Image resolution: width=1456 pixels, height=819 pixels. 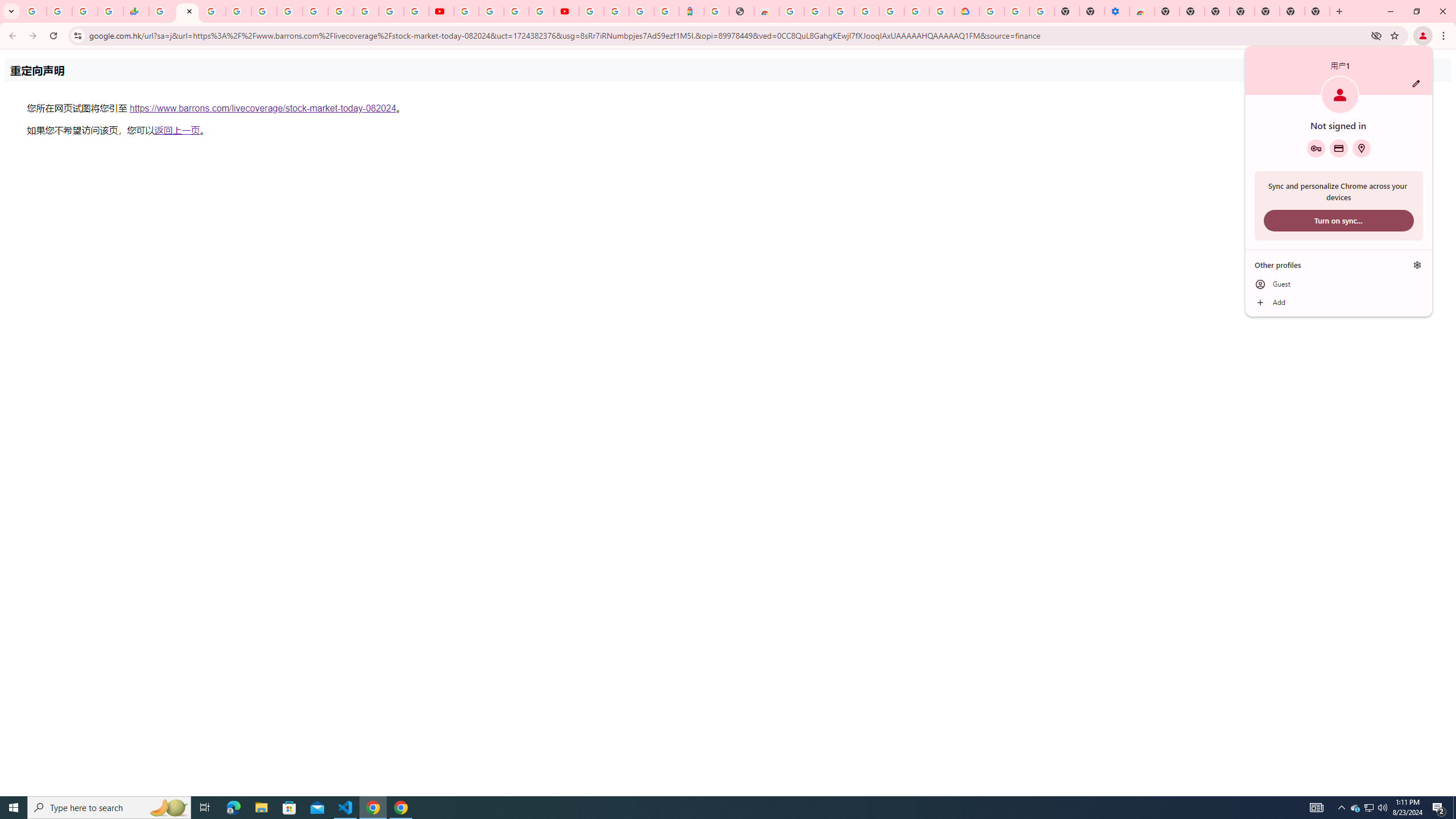 What do you see at coordinates (289, 806) in the screenshot?
I see `'Microsoft Store'` at bounding box center [289, 806].